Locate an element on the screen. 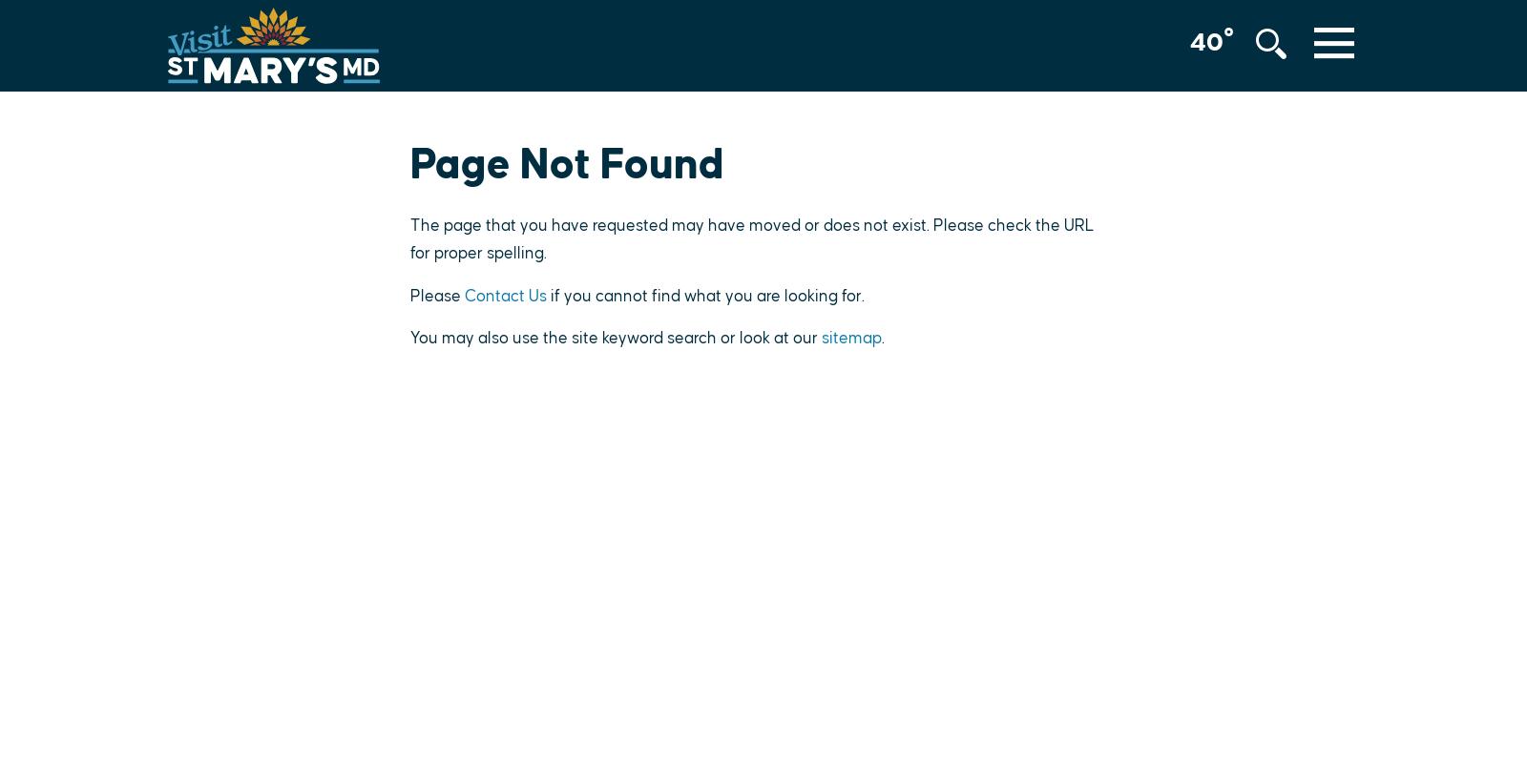 The height and width of the screenshot is (784, 1527). 'Page Not Found' is located at coordinates (566, 165).